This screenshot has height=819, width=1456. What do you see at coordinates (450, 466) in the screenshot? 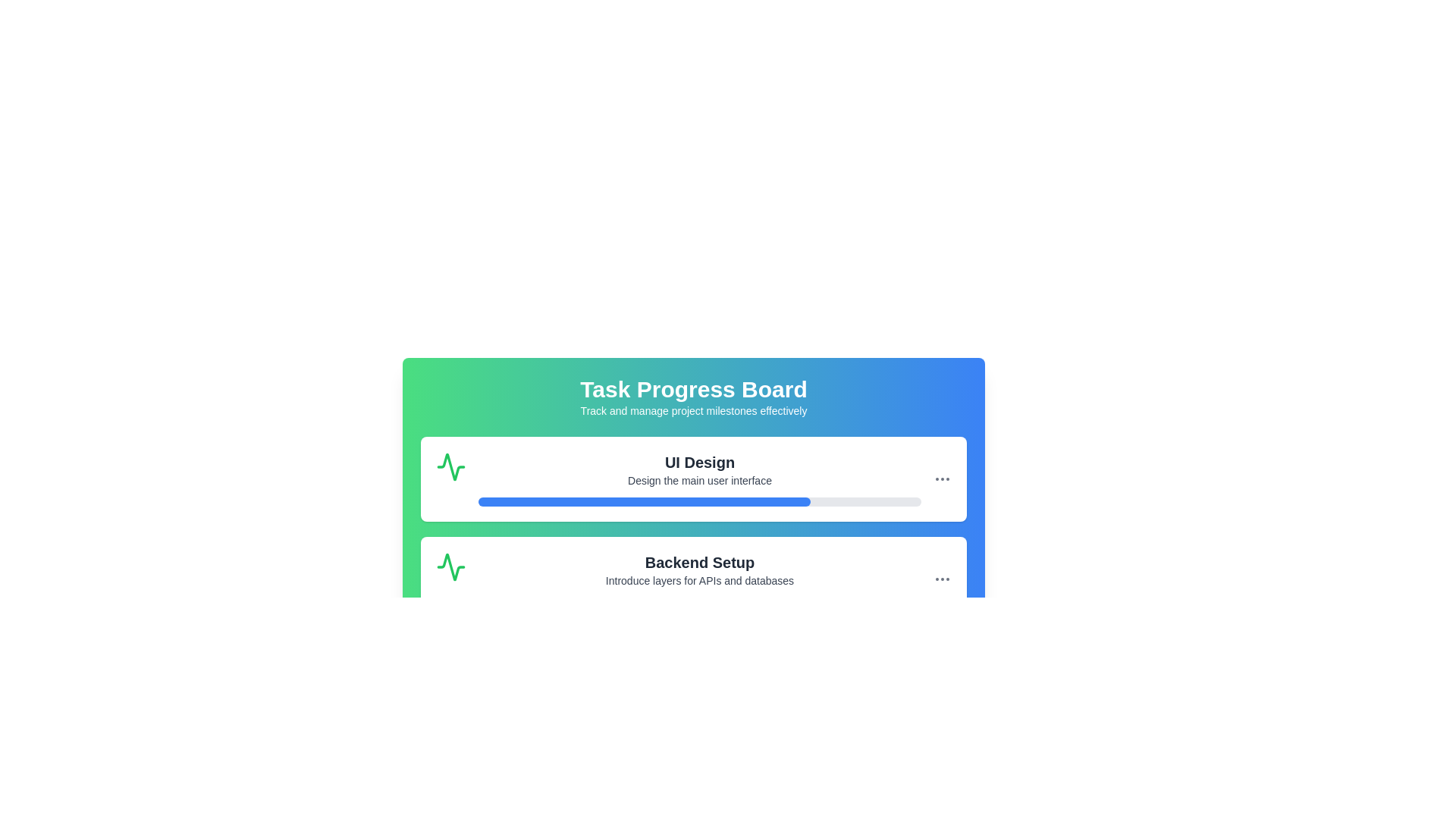
I see `the decorative icon representing activity or progress to the left of the text elements in the 'UI Design' section of the interface` at bounding box center [450, 466].